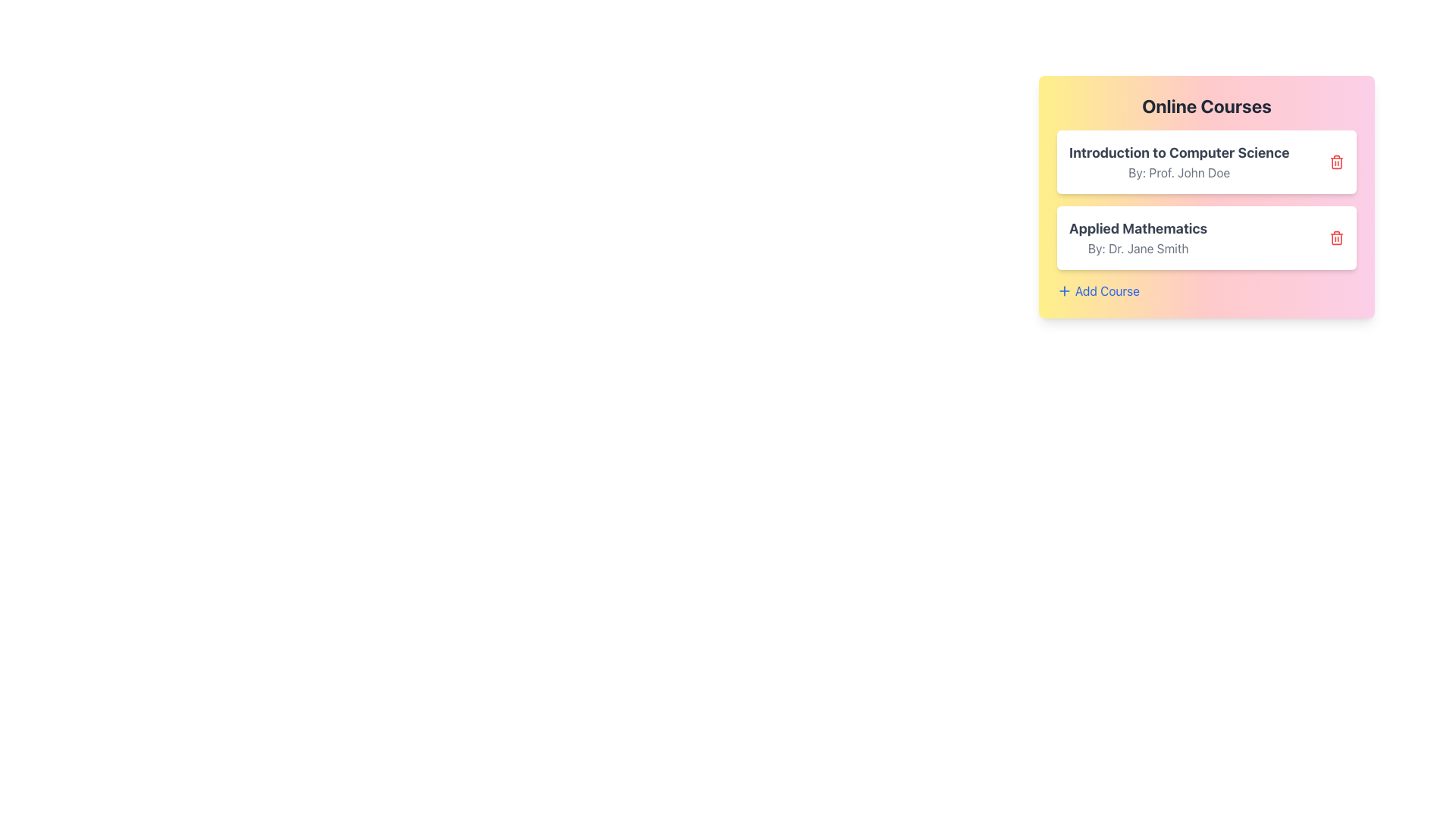  What do you see at coordinates (1138, 237) in the screenshot?
I see `the second course listing text label for 'Online Courses', which displays the course title and author's name, located under 'Introduction to Computer Science'` at bounding box center [1138, 237].